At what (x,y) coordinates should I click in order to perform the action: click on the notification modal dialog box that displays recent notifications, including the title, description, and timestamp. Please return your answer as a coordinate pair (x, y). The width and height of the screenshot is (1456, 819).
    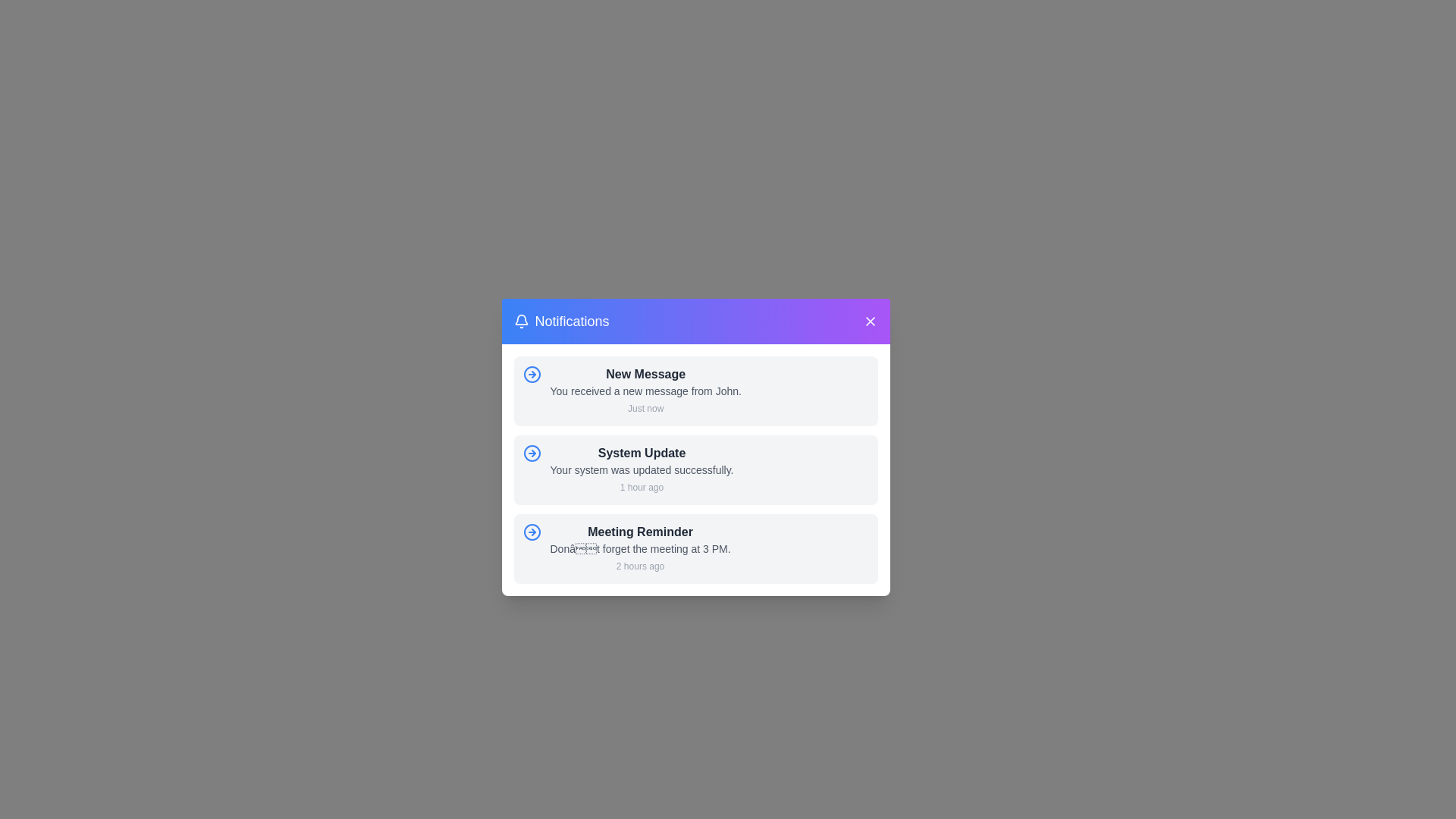
    Looking at the image, I should click on (695, 447).